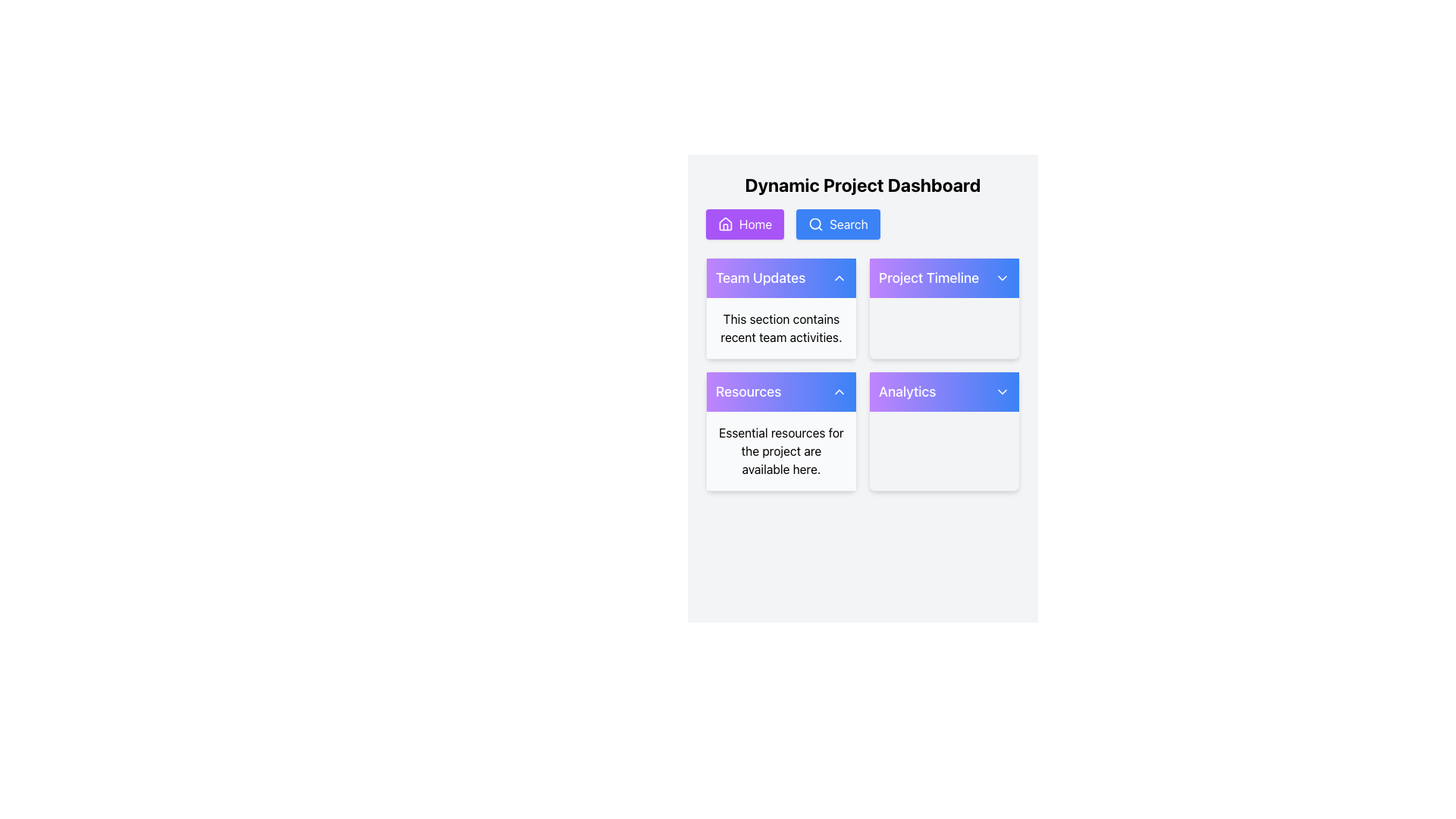 The image size is (1456, 819). What do you see at coordinates (943, 278) in the screenshot?
I see `the 'Project Timeline' collapsible header button, which features a gradient background from purple to blue and contains the text 'Project Timeline' in white with a downward-facing chevron icon` at bounding box center [943, 278].